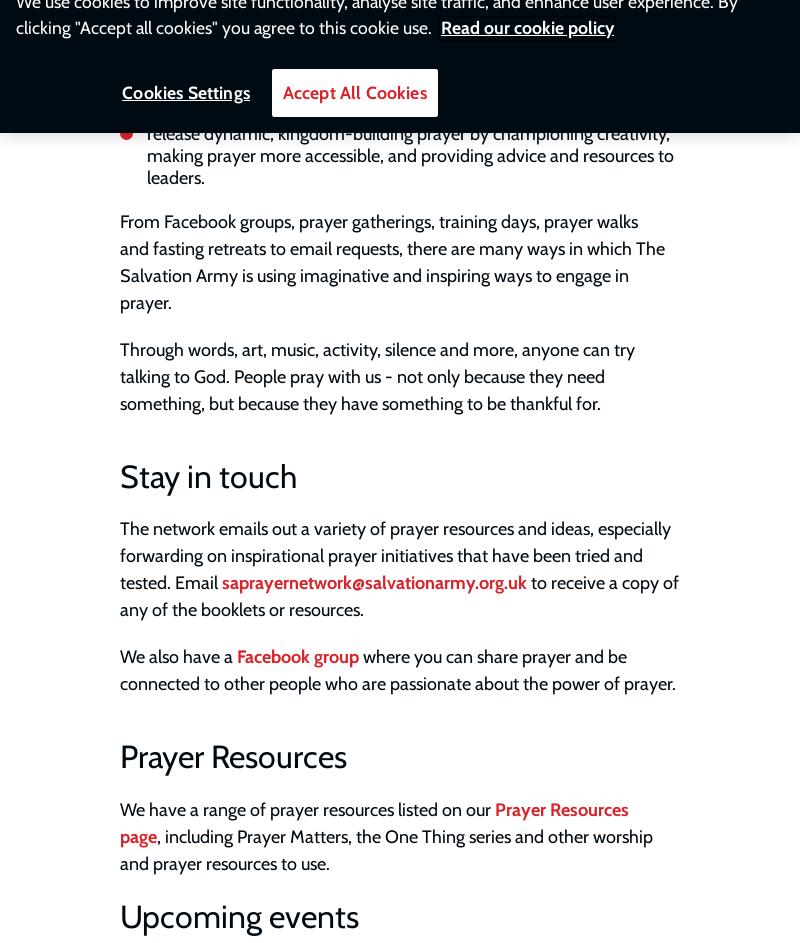 Image resolution: width=800 pixels, height=943 pixels. Describe the element at coordinates (306, 807) in the screenshot. I see `'We have a range of prayer resources listed on our'` at that location.